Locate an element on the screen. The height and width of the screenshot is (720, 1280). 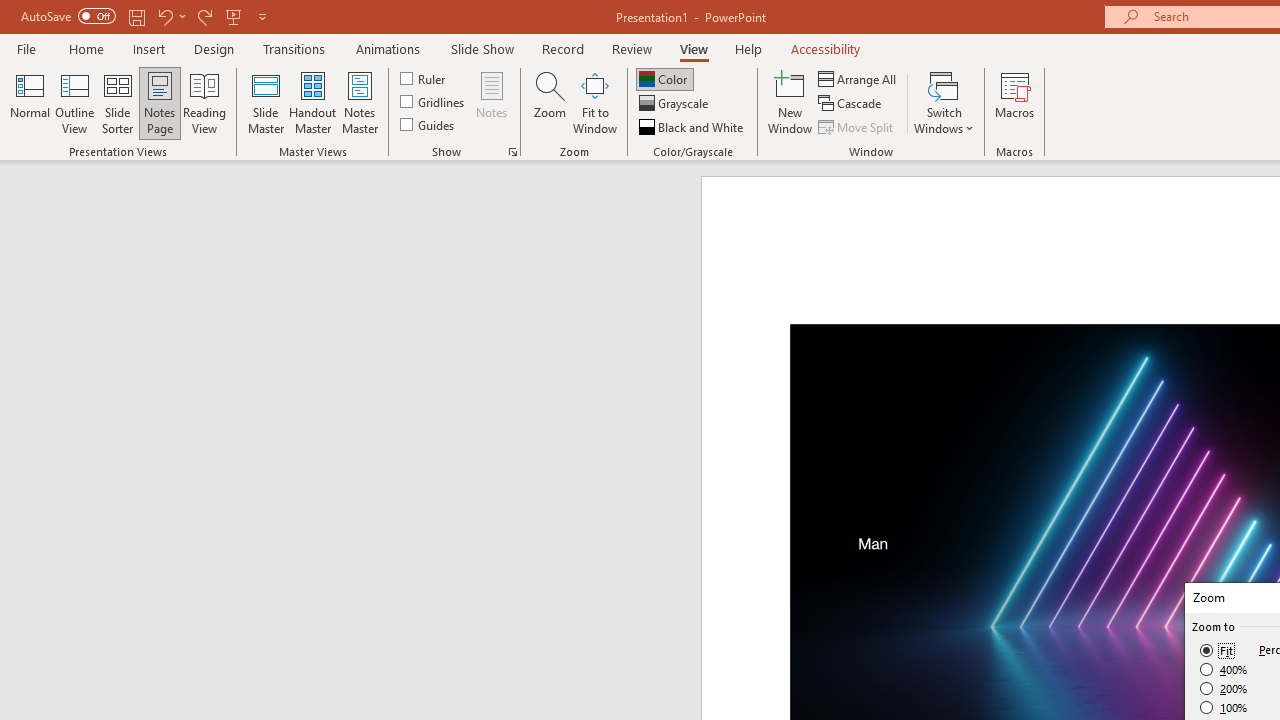
'200%' is located at coordinates (1223, 688).